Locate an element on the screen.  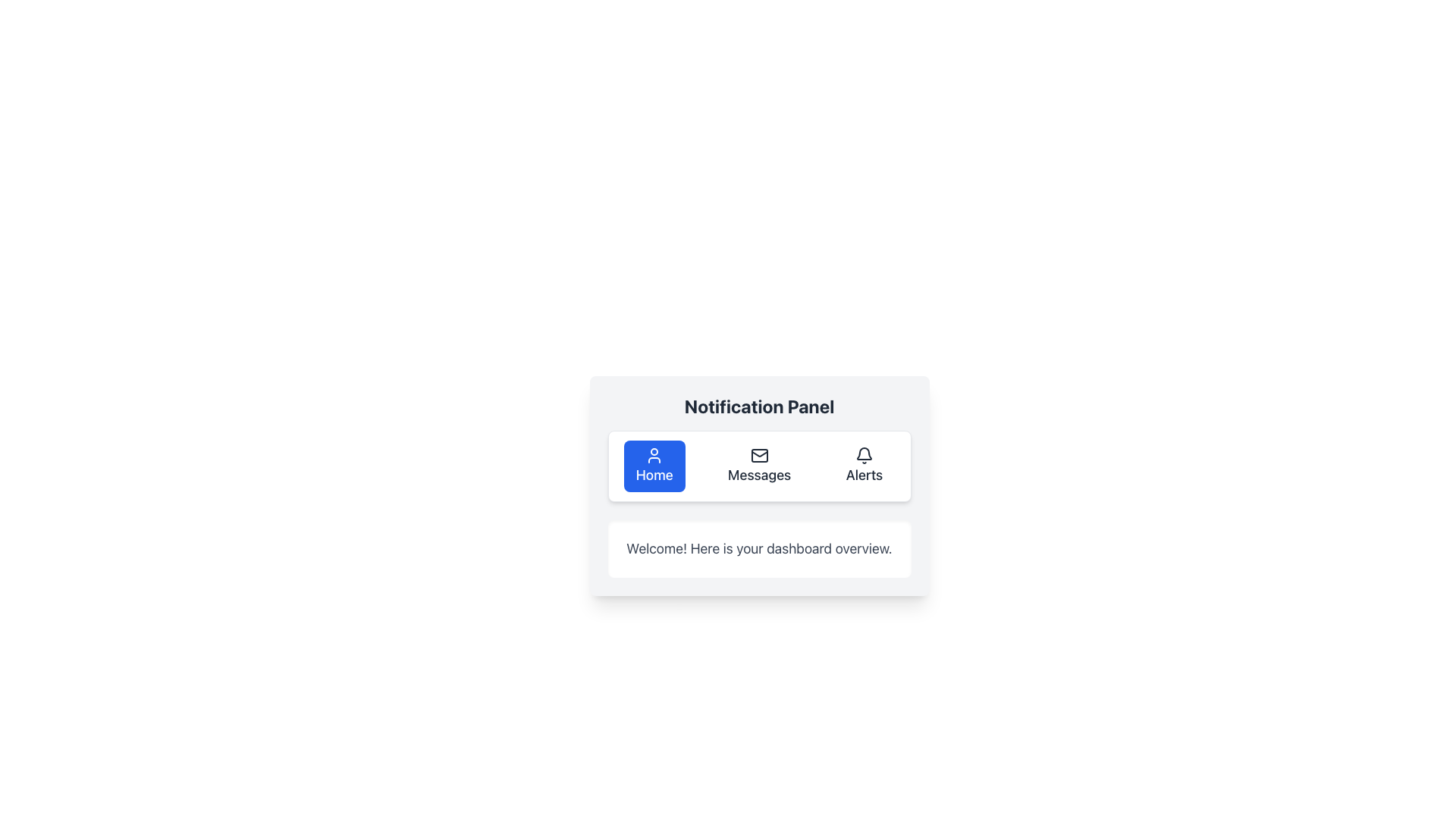
the active 'Home' button in the Notification Panel is located at coordinates (654, 465).